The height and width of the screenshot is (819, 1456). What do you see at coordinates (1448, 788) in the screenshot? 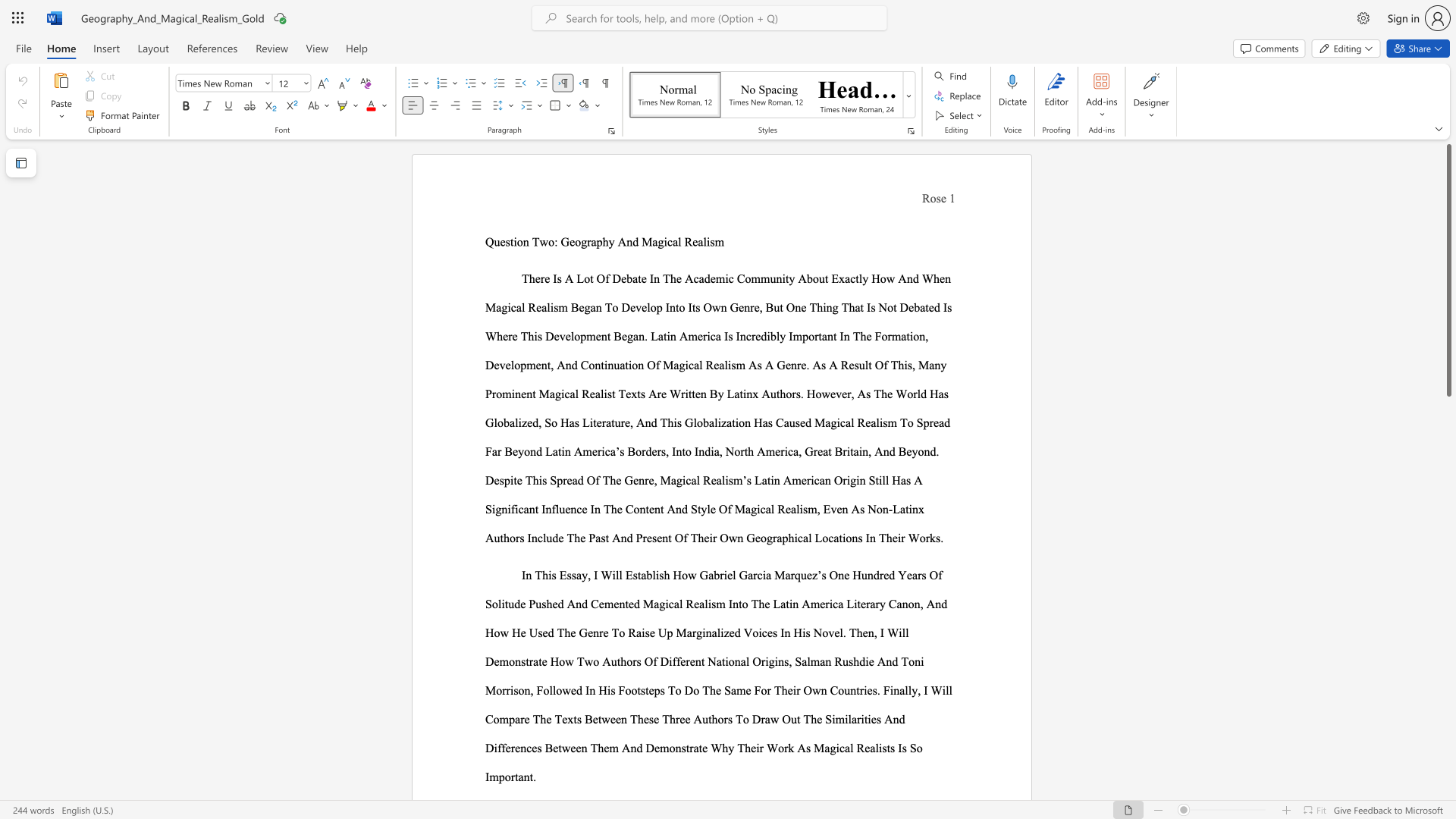
I see `the scrollbar to move the page downward` at bounding box center [1448, 788].